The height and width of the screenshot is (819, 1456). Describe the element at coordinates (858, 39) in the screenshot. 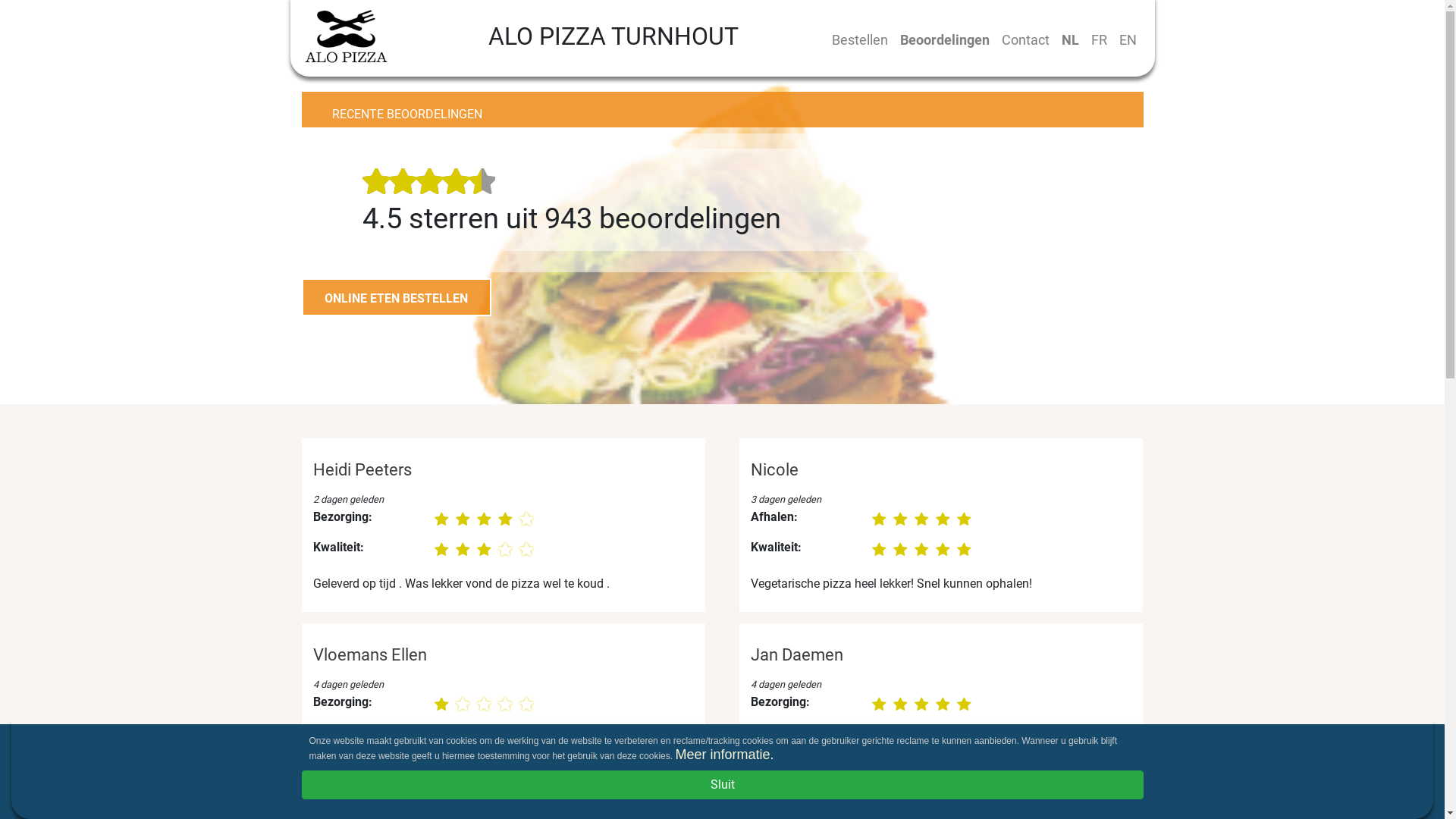

I see `'Bestellen'` at that location.